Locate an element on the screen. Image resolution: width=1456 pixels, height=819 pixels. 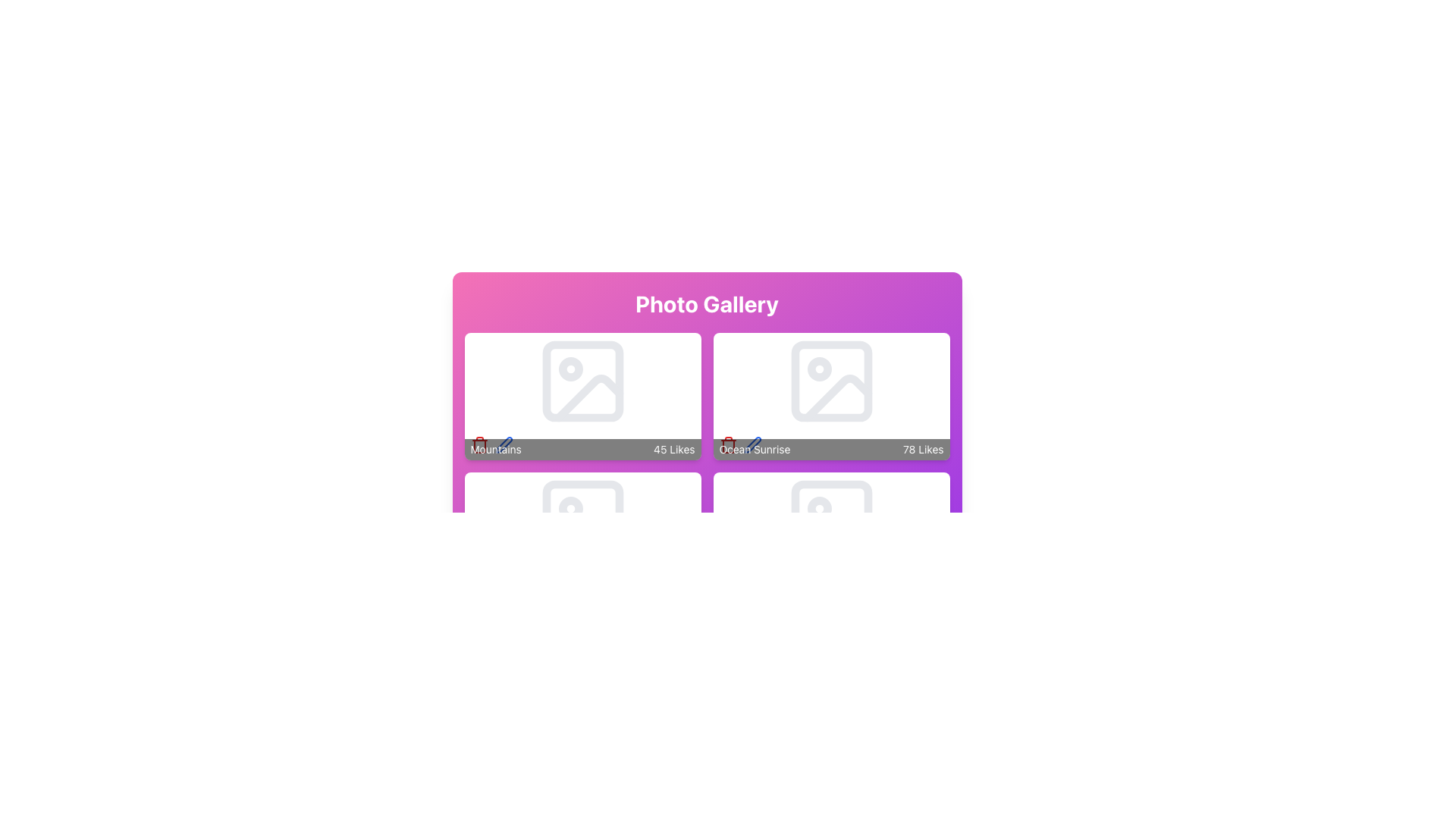
the first card in the gallery section, which displays an image preview, a title, and a like count is located at coordinates (582, 396).